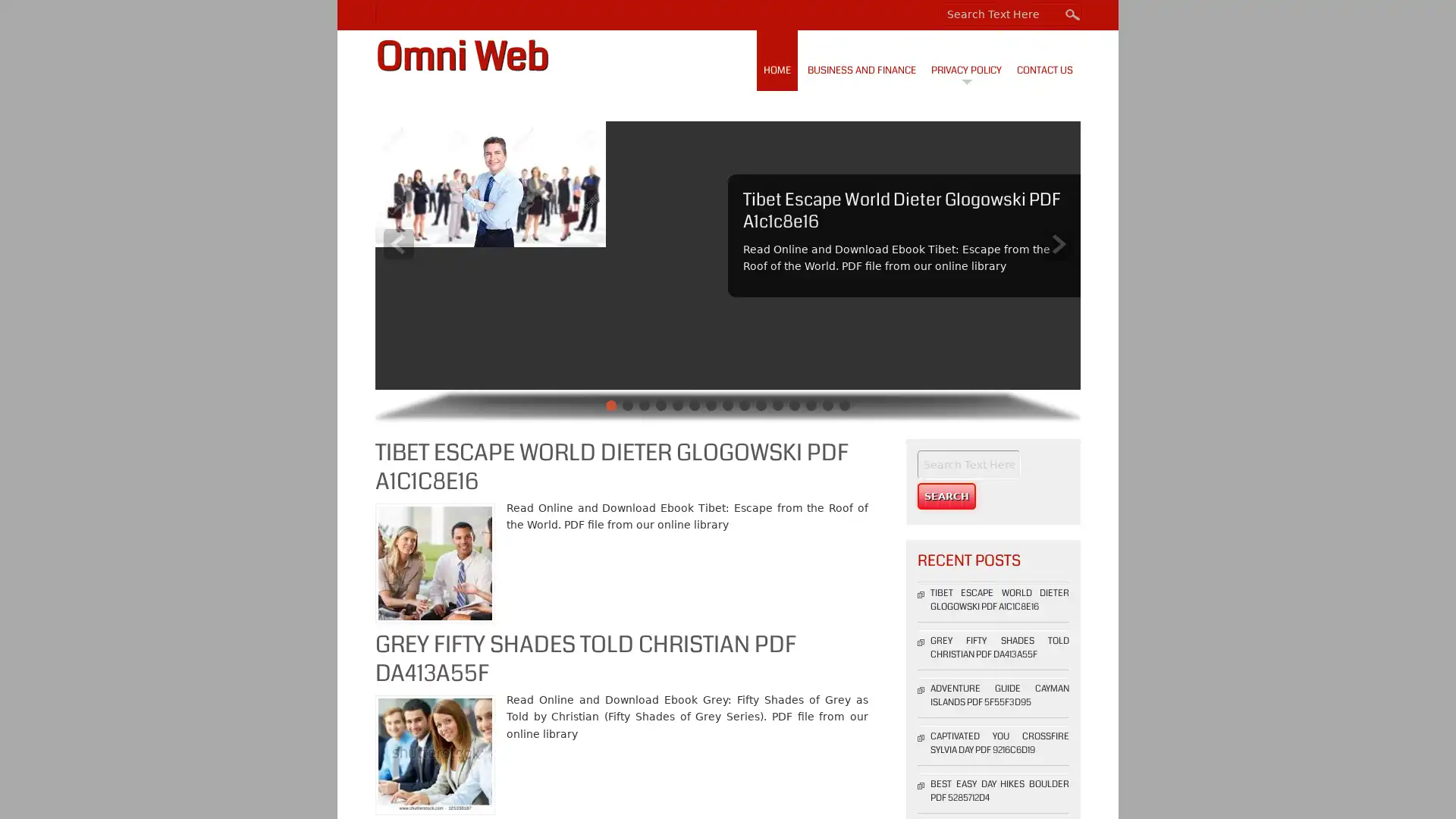 This screenshot has height=819, width=1456. Describe the element at coordinates (946, 496) in the screenshot. I see `Search` at that location.